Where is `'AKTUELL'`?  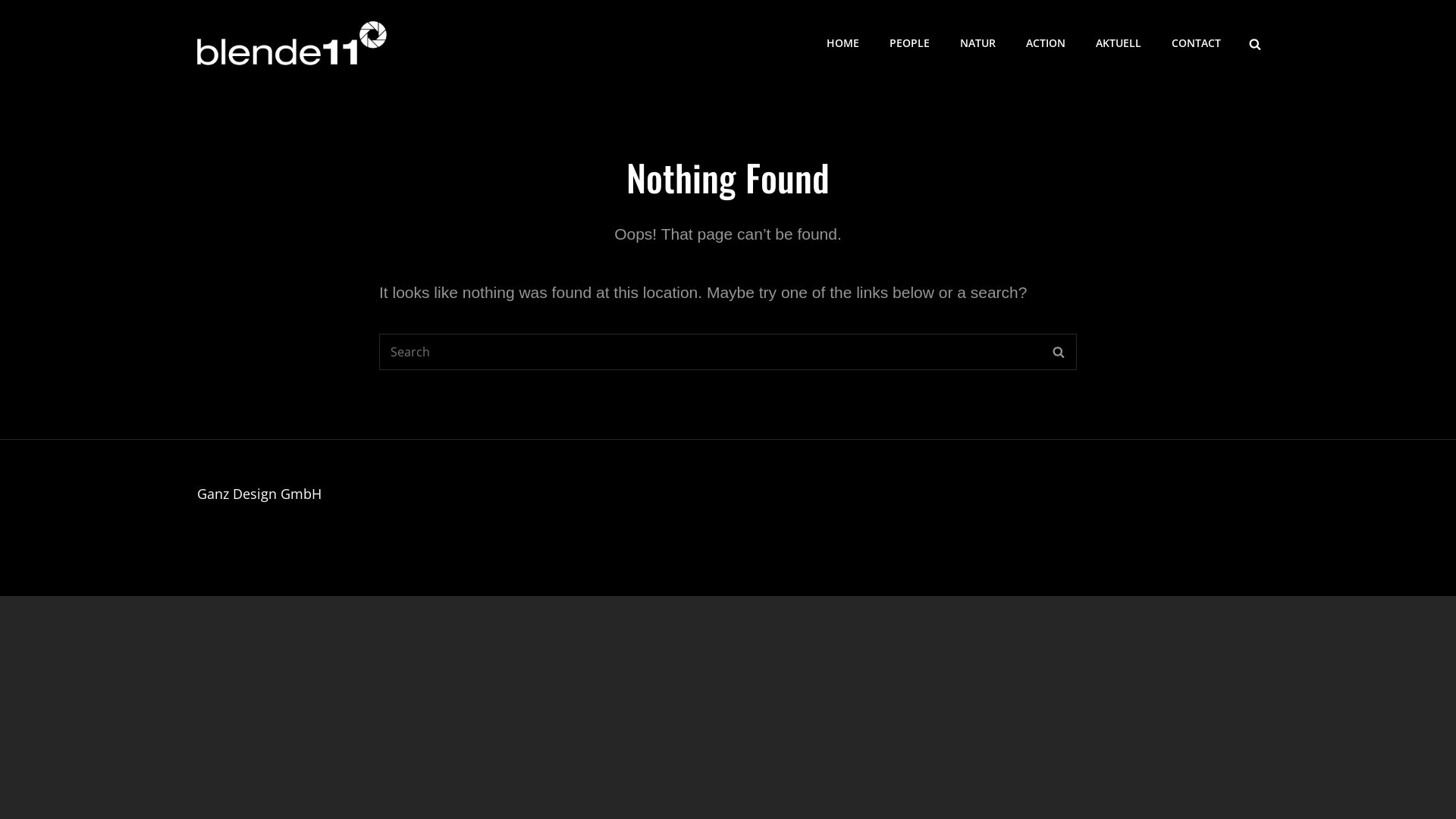
'AKTUELL' is located at coordinates (1080, 42).